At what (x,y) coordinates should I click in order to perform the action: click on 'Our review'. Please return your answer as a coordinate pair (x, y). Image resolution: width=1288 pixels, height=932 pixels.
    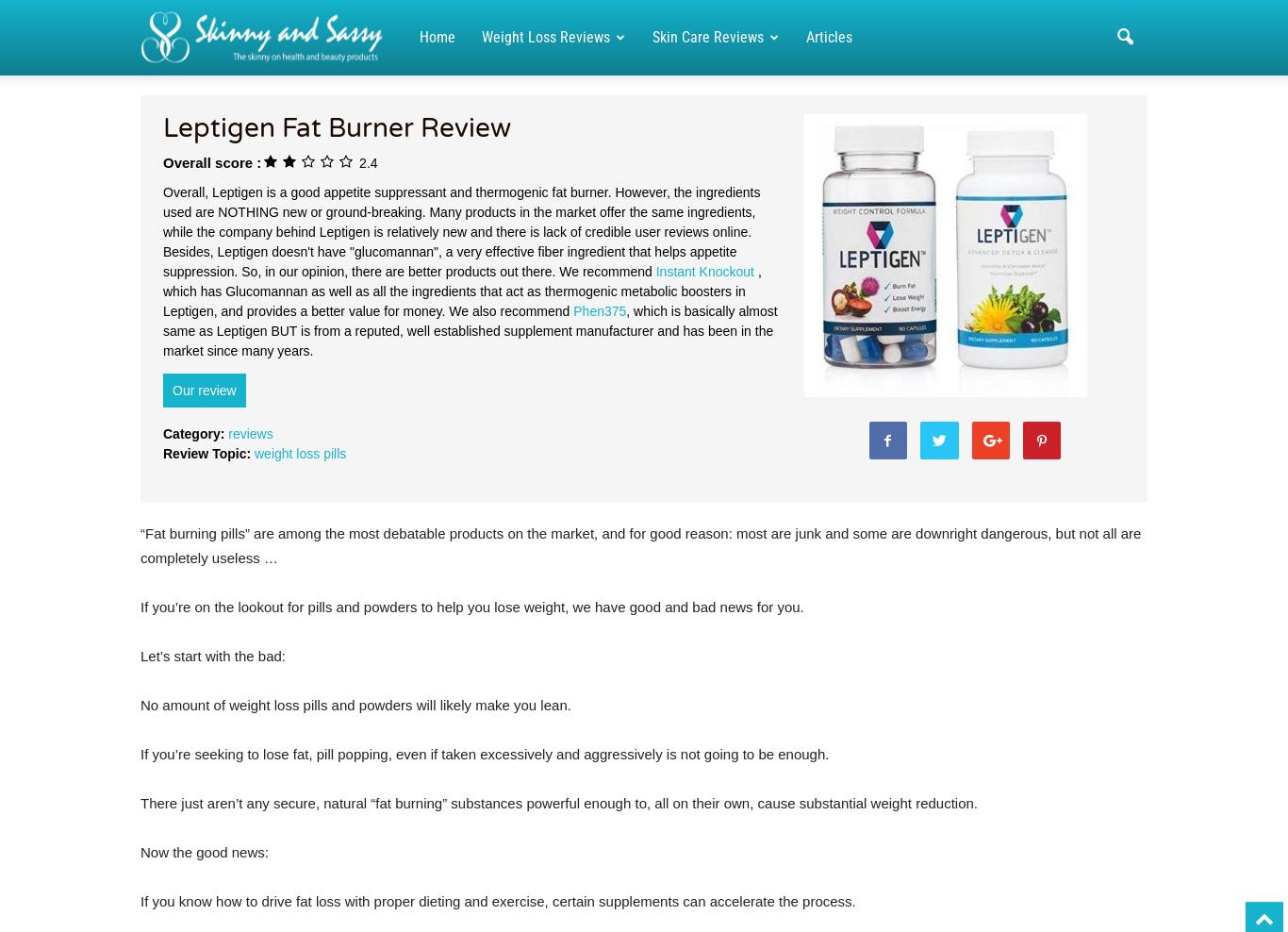
    Looking at the image, I should click on (203, 389).